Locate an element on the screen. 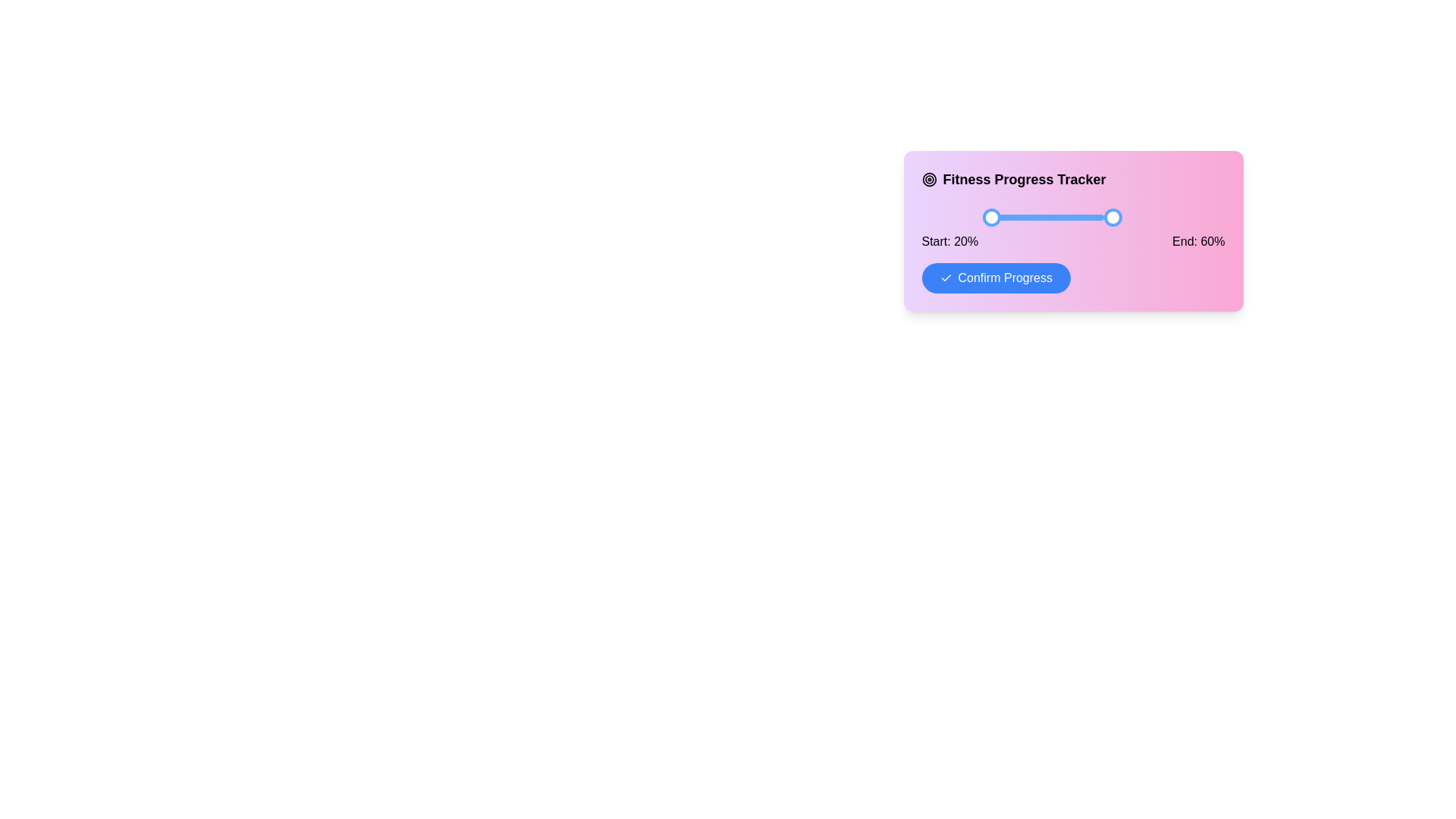 The width and height of the screenshot is (1456, 819). the Iconic element (circle) located in the middle of the concentric circles next to the text 'Fitness Progress Tracker' at the top-left of the card is located at coordinates (928, 178).